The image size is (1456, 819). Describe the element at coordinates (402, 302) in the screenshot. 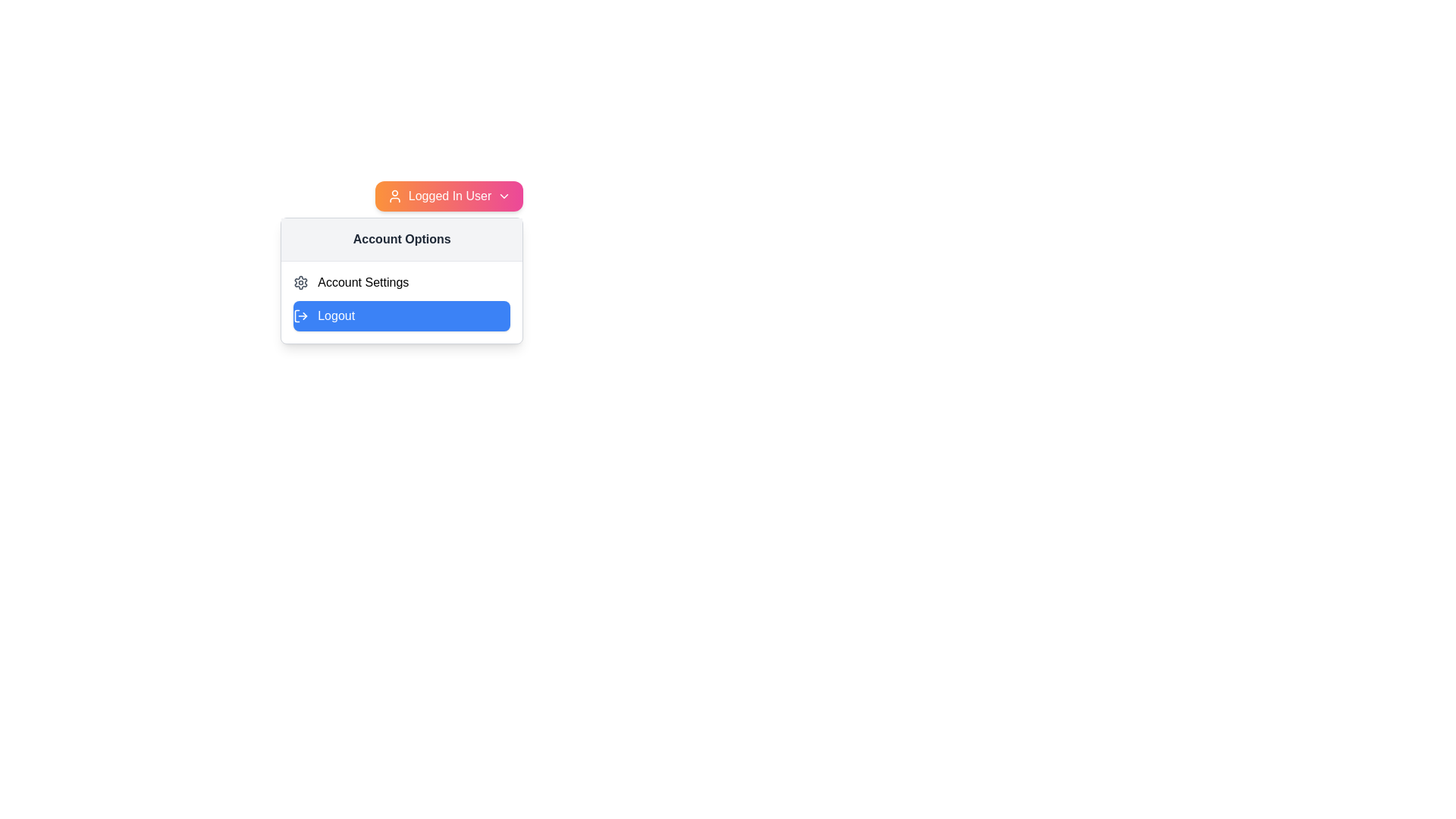

I see `the 'Logout' button in the account management options section located below the 'Account Options' header` at that location.